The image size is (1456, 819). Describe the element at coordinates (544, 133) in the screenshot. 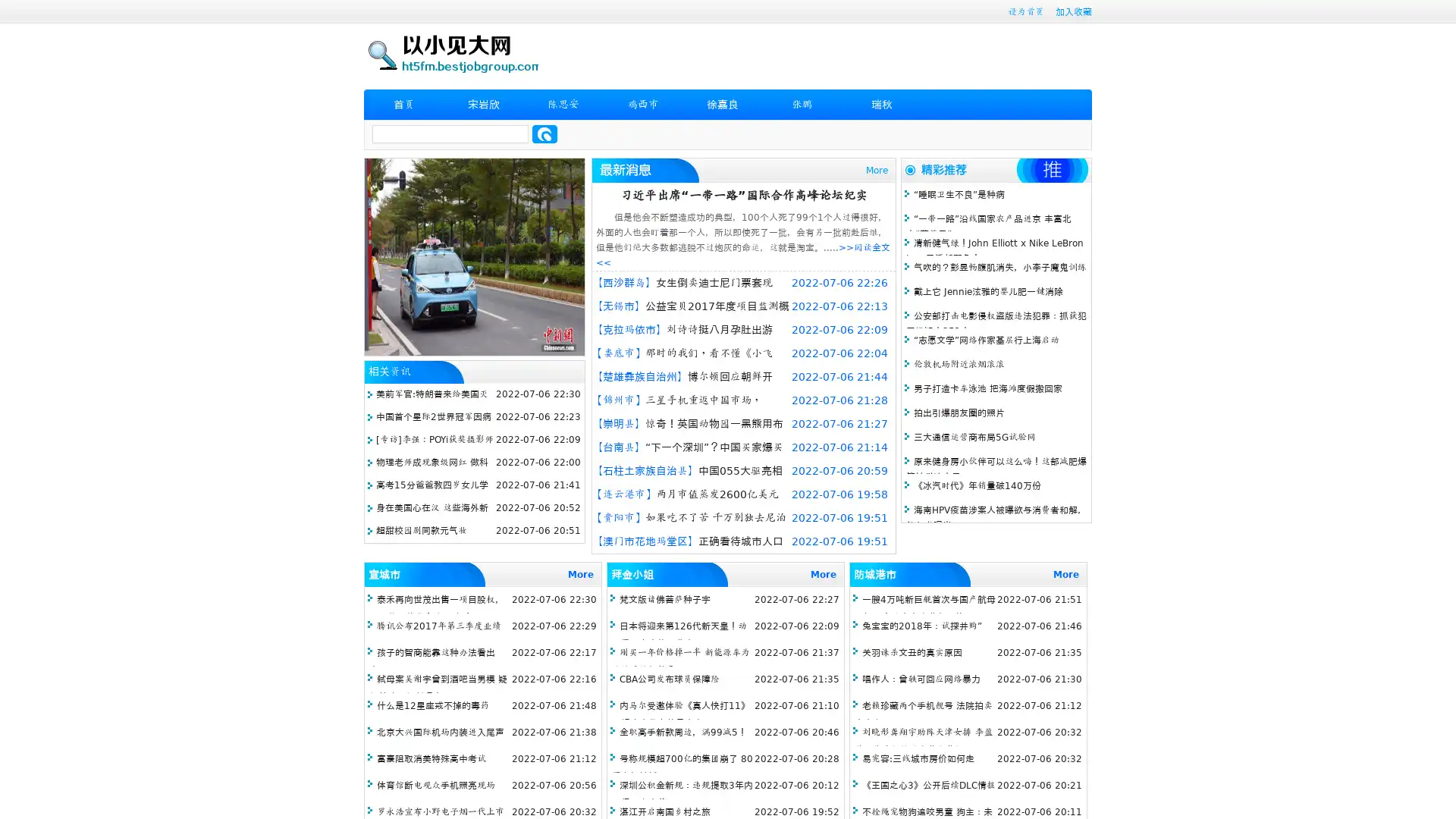

I see `Search` at that location.